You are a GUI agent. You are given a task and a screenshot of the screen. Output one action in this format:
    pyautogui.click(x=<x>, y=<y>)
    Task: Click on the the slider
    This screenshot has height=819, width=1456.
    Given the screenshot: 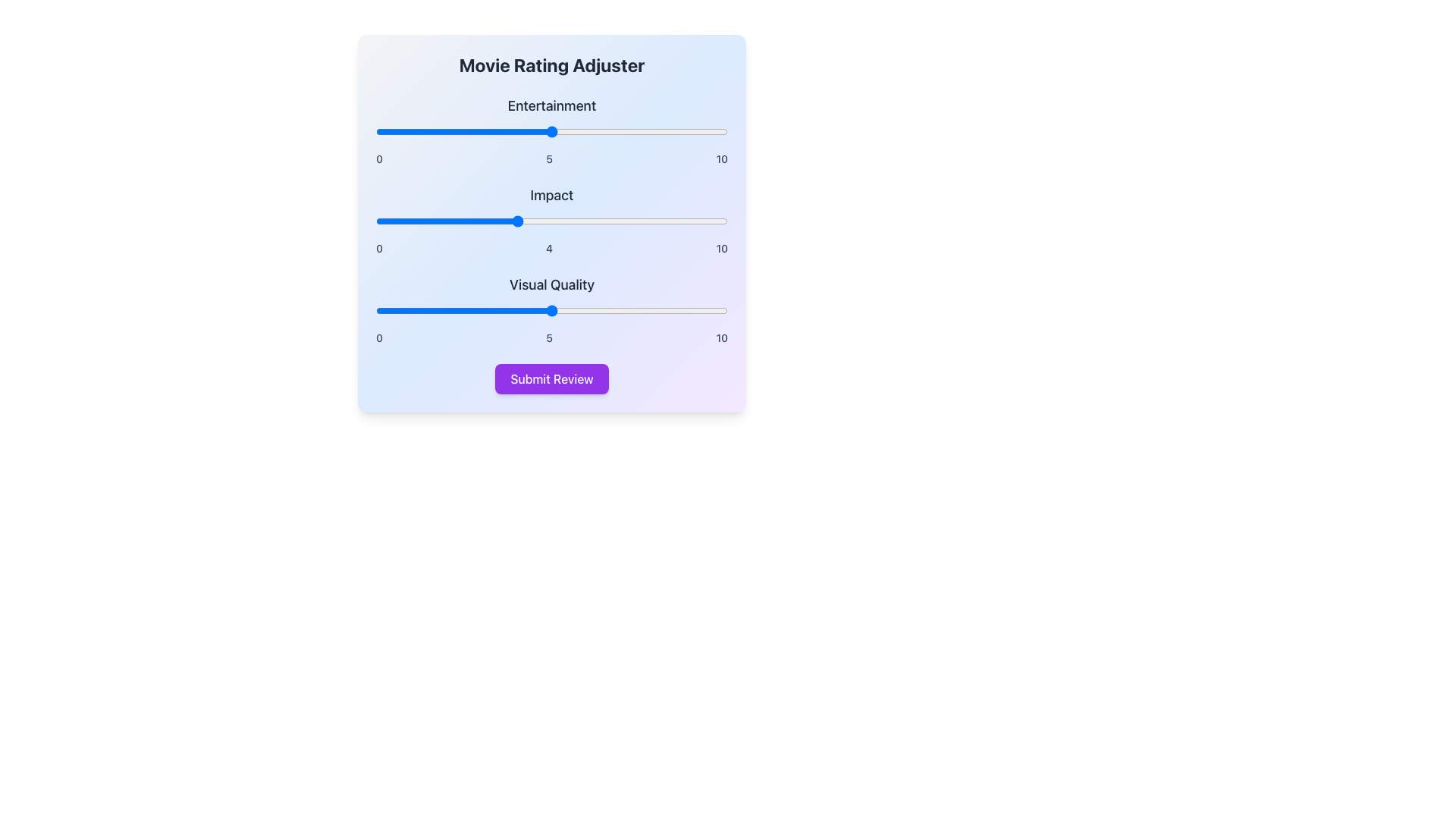 What is the action you would take?
    pyautogui.click(x=481, y=309)
    